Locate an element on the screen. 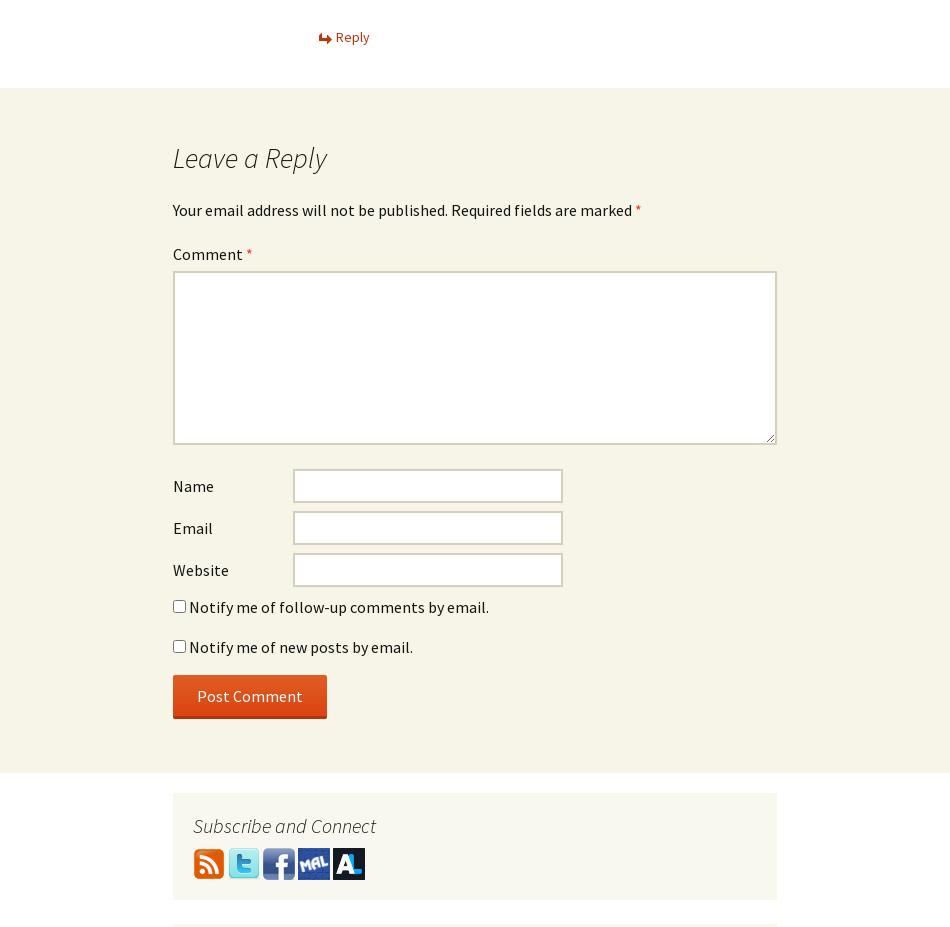 The image size is (950, 927). 'Name' is located at coordinates (193, 486).